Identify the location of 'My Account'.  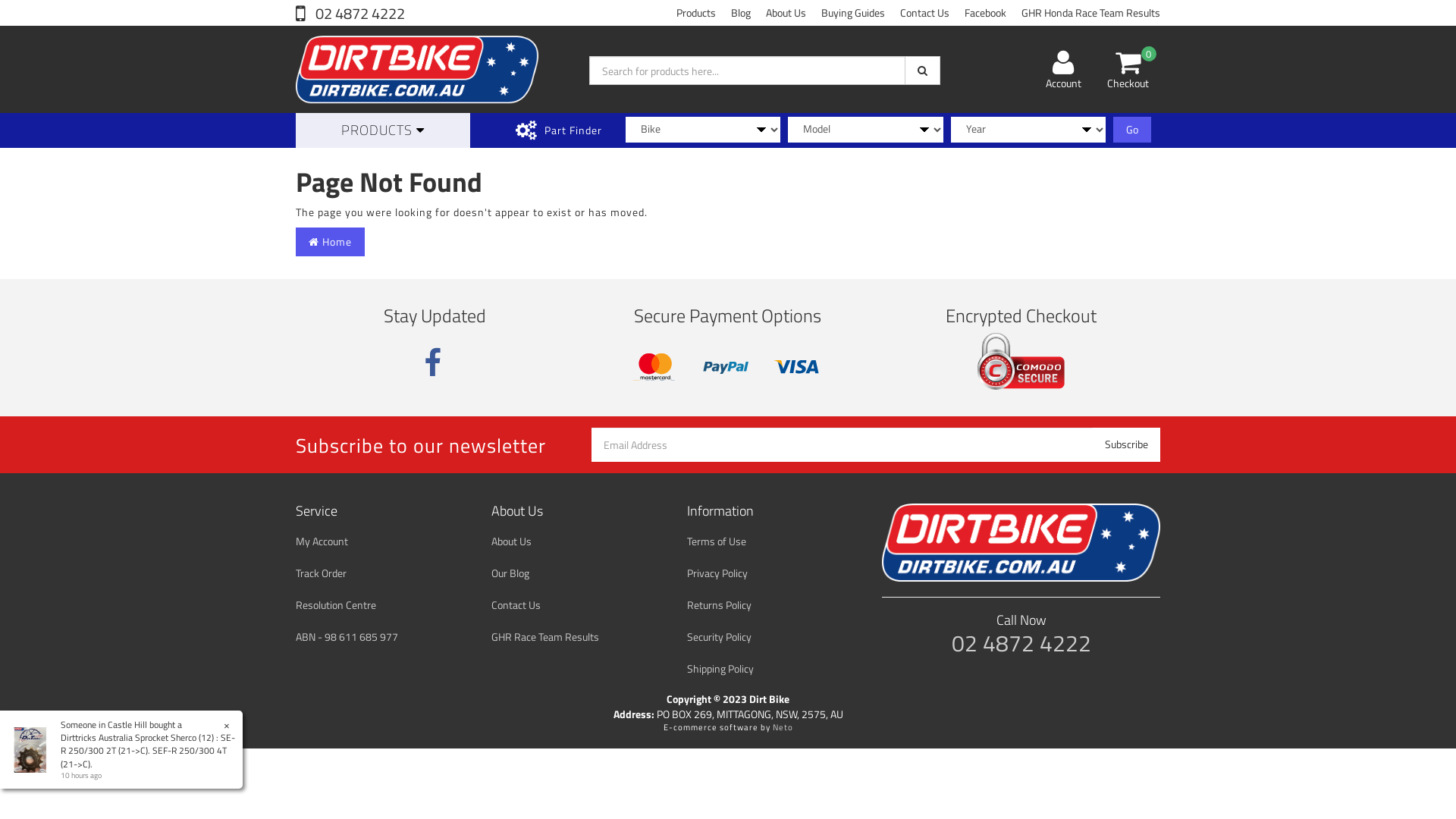
(380, 540).